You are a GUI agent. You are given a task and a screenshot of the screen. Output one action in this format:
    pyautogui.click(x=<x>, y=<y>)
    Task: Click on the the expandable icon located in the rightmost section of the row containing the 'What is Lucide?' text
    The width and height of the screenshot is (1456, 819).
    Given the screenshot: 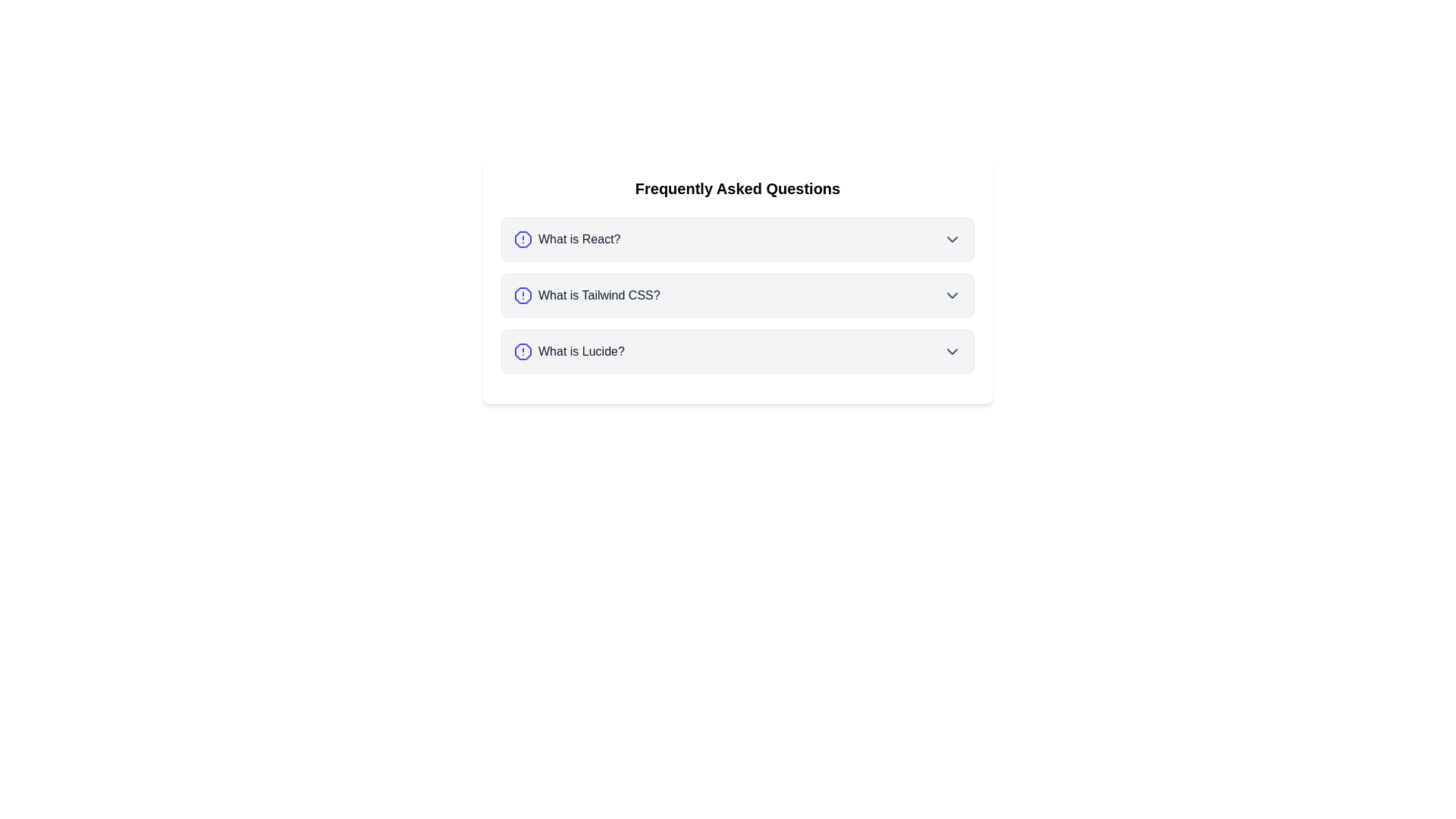 What is the action you would take?
    pyautogui.click(x=952, y=351)
    